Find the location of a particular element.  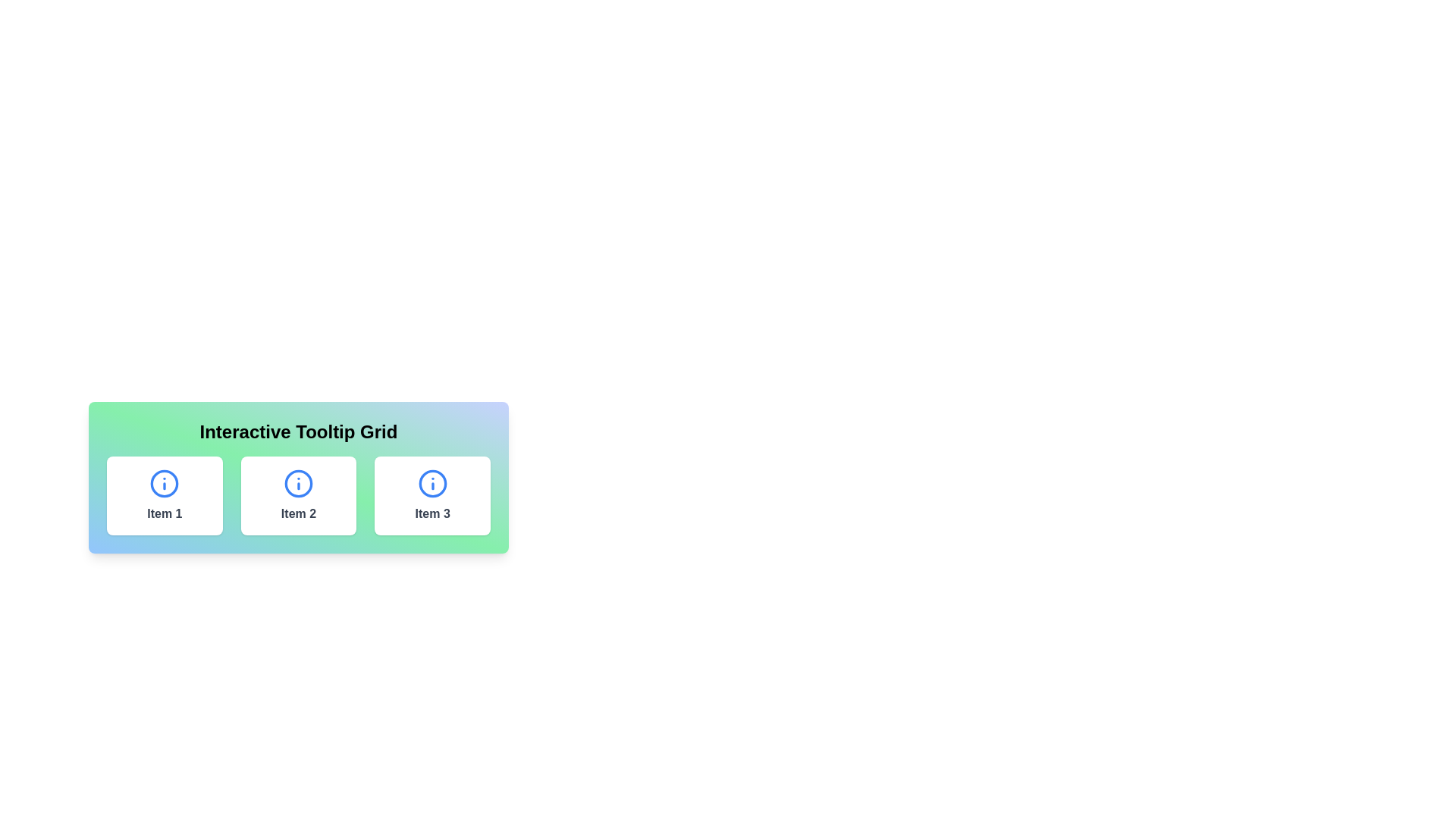

text displayed in the bold, large font label 'Interactive Tooltip Grid' located at the top of the panel is located at coordinates (298, 432).